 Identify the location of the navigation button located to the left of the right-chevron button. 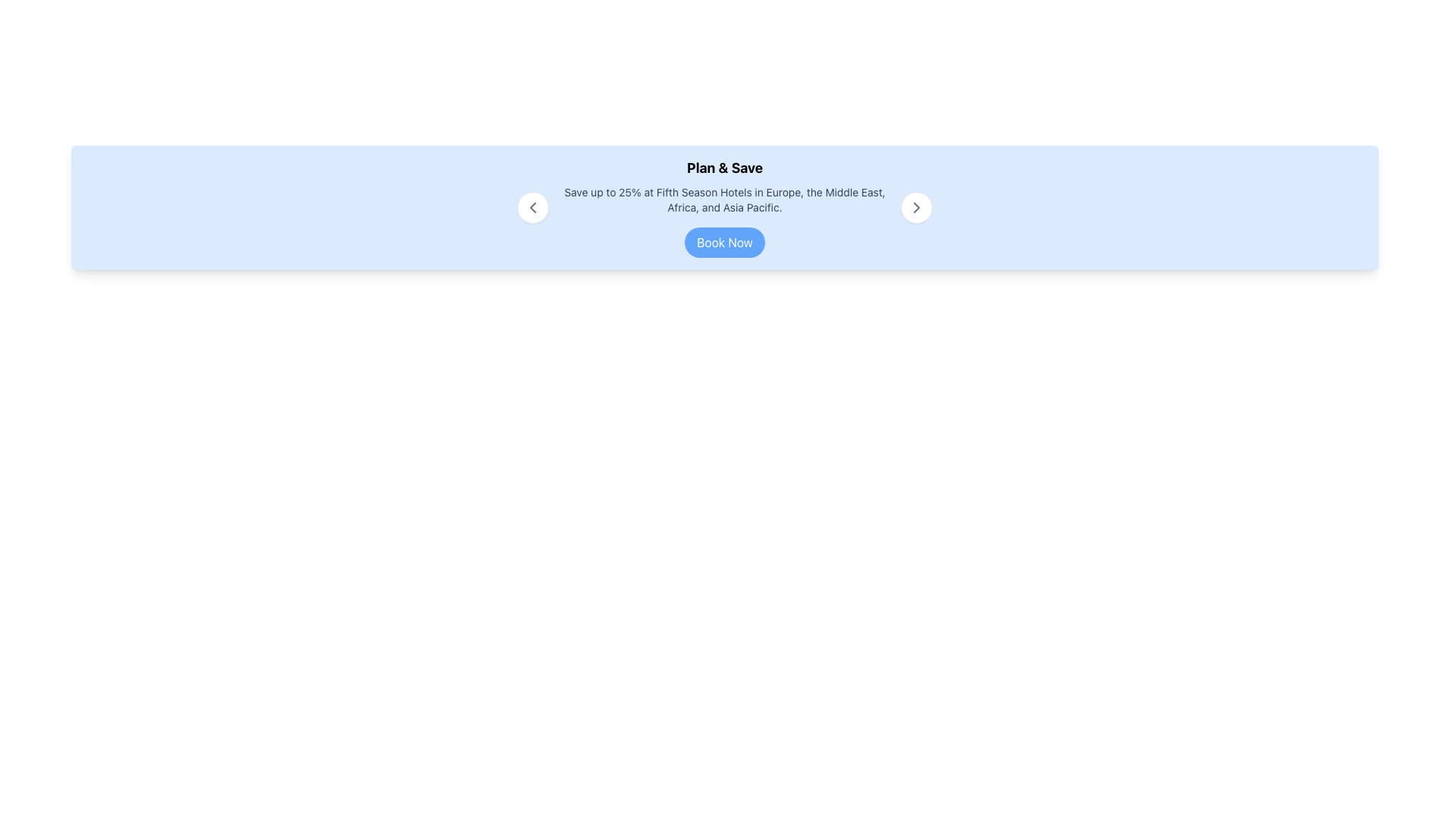
(532, 207).